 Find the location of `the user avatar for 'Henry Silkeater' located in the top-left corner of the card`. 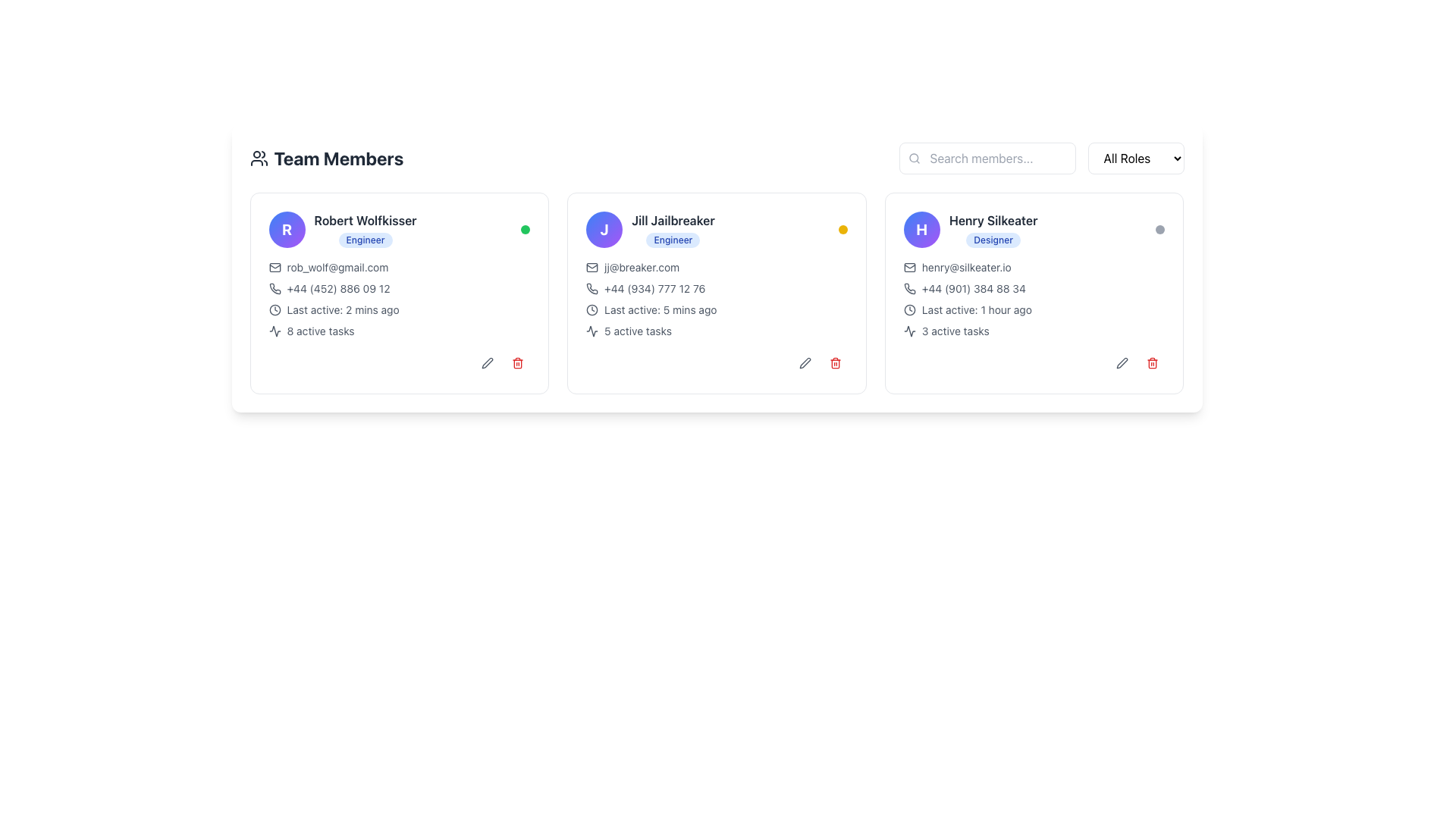

the user avatar for 'Henry Silkeater' located in the top-left corner of the card is located at coordinates (921, 230).